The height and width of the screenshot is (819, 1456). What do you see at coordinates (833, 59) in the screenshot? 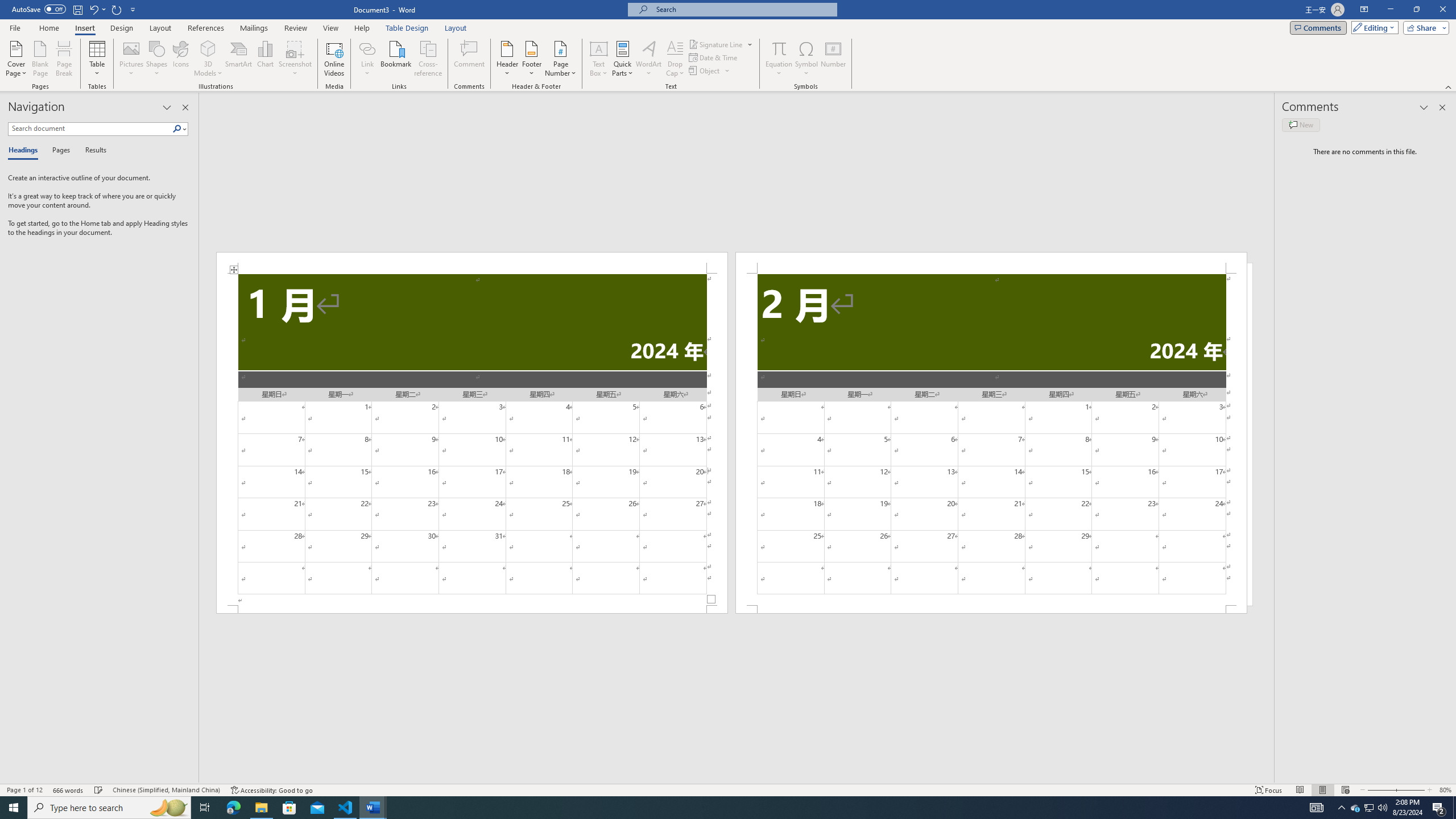
I see `'Number...'` at bounding box center [833, 59].